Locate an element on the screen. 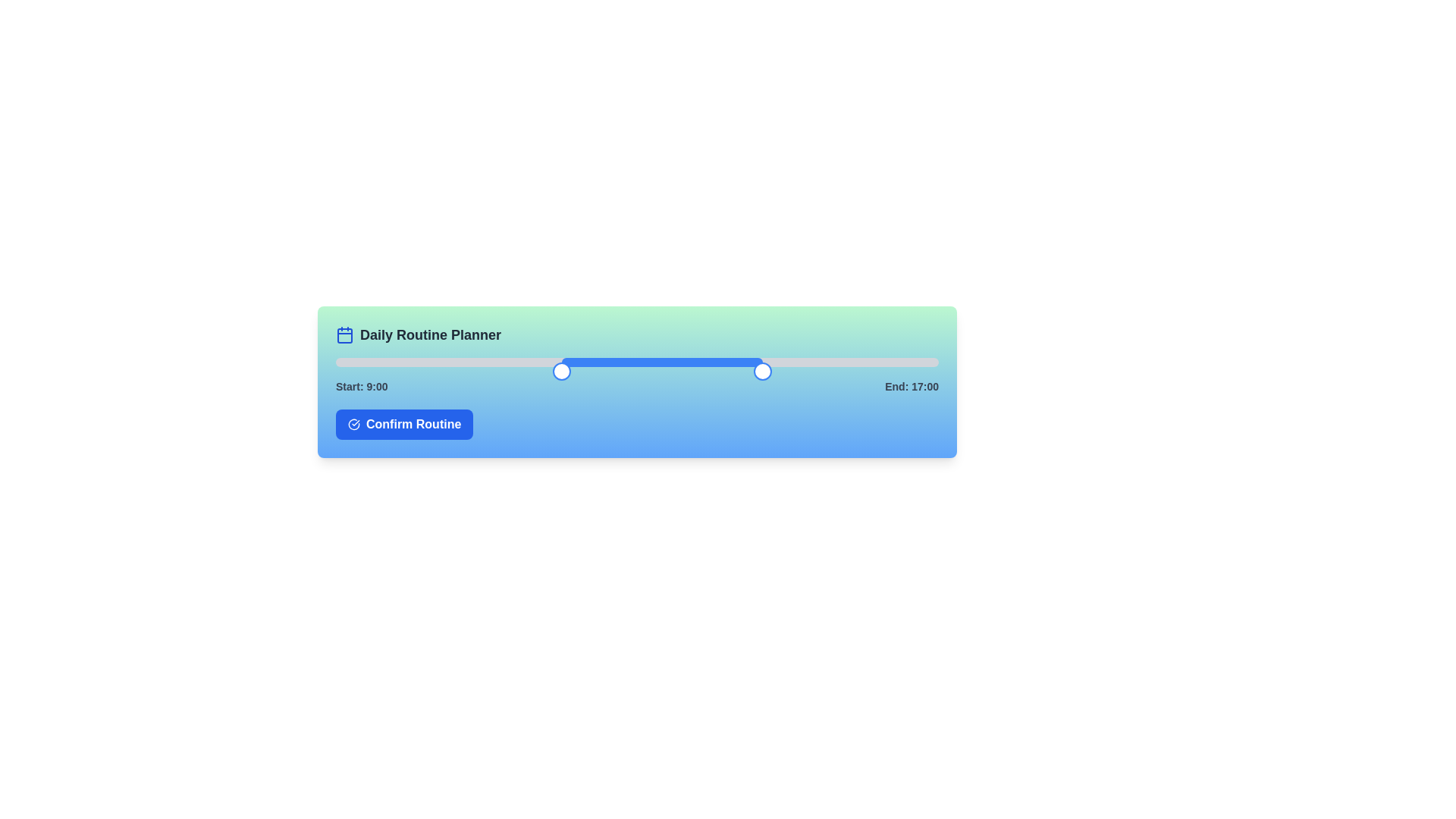  the slider handle is located at coordinates (910, 371).